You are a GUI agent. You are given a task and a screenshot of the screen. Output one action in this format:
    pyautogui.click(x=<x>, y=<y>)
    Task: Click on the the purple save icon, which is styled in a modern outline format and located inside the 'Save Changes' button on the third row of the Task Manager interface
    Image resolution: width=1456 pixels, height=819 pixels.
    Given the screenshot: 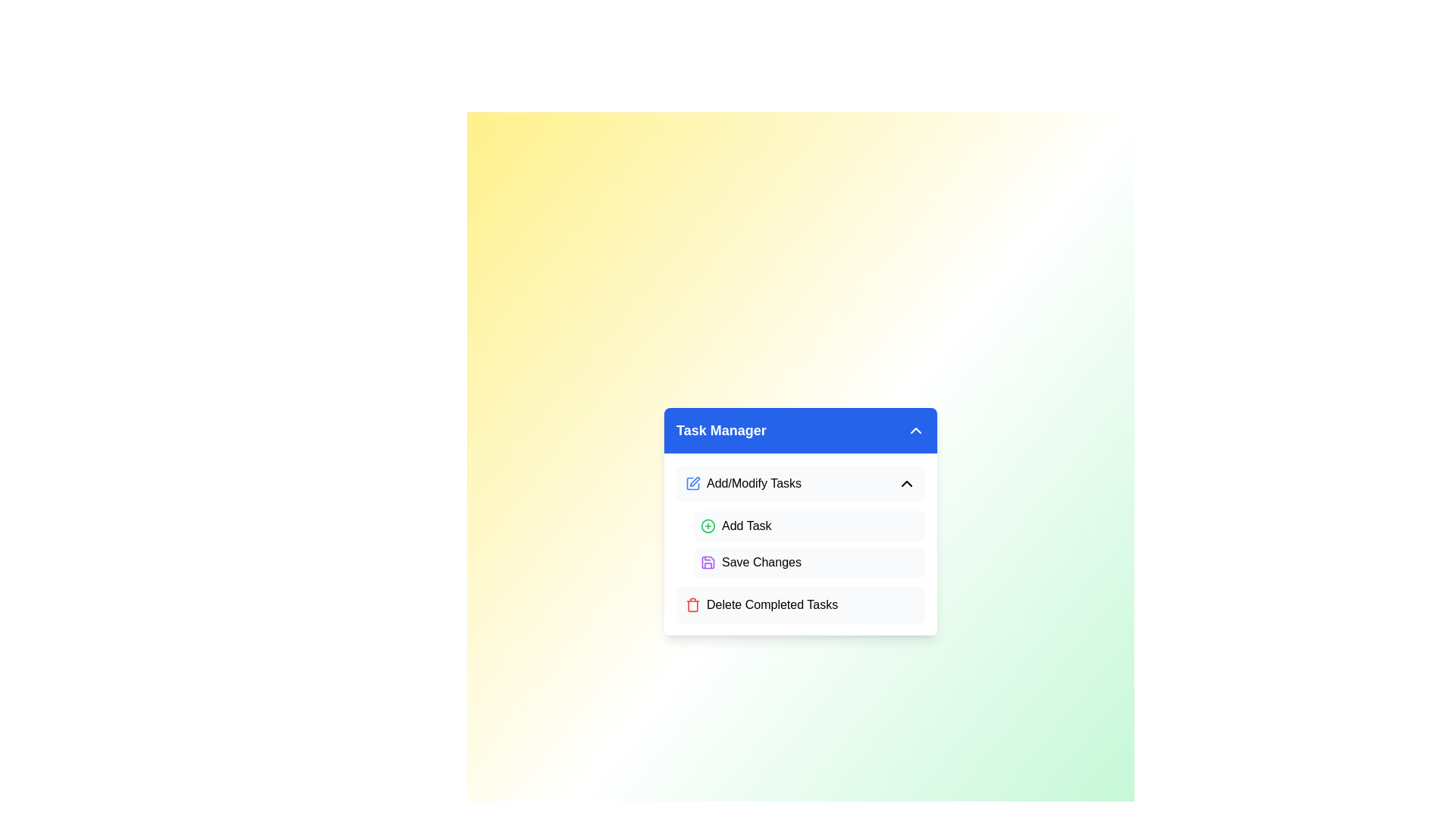 What is the action you would take?
    pyautogui.click(x=708, y=562)
    